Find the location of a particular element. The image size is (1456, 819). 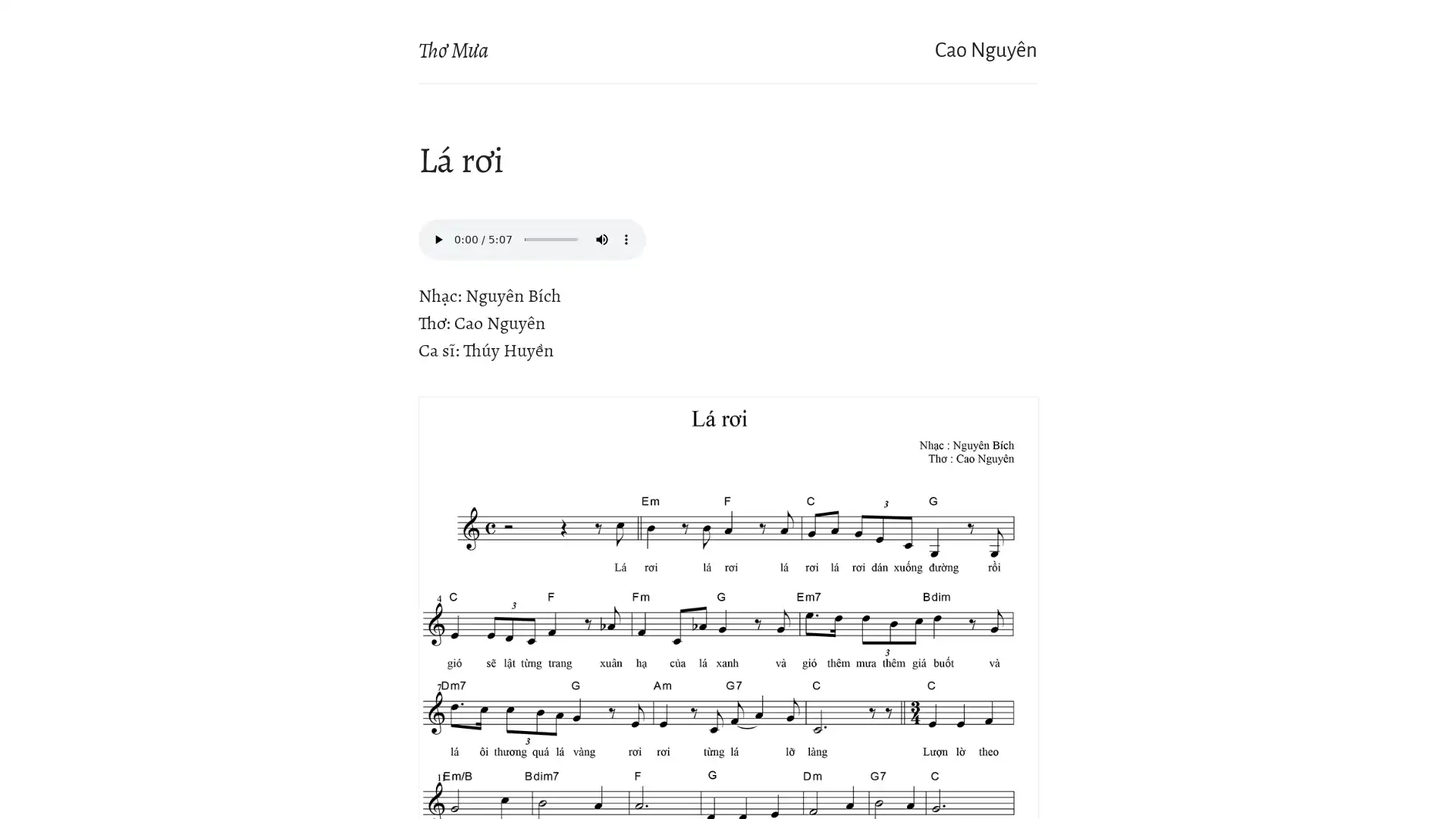

play is located at coordinates (437, 239).